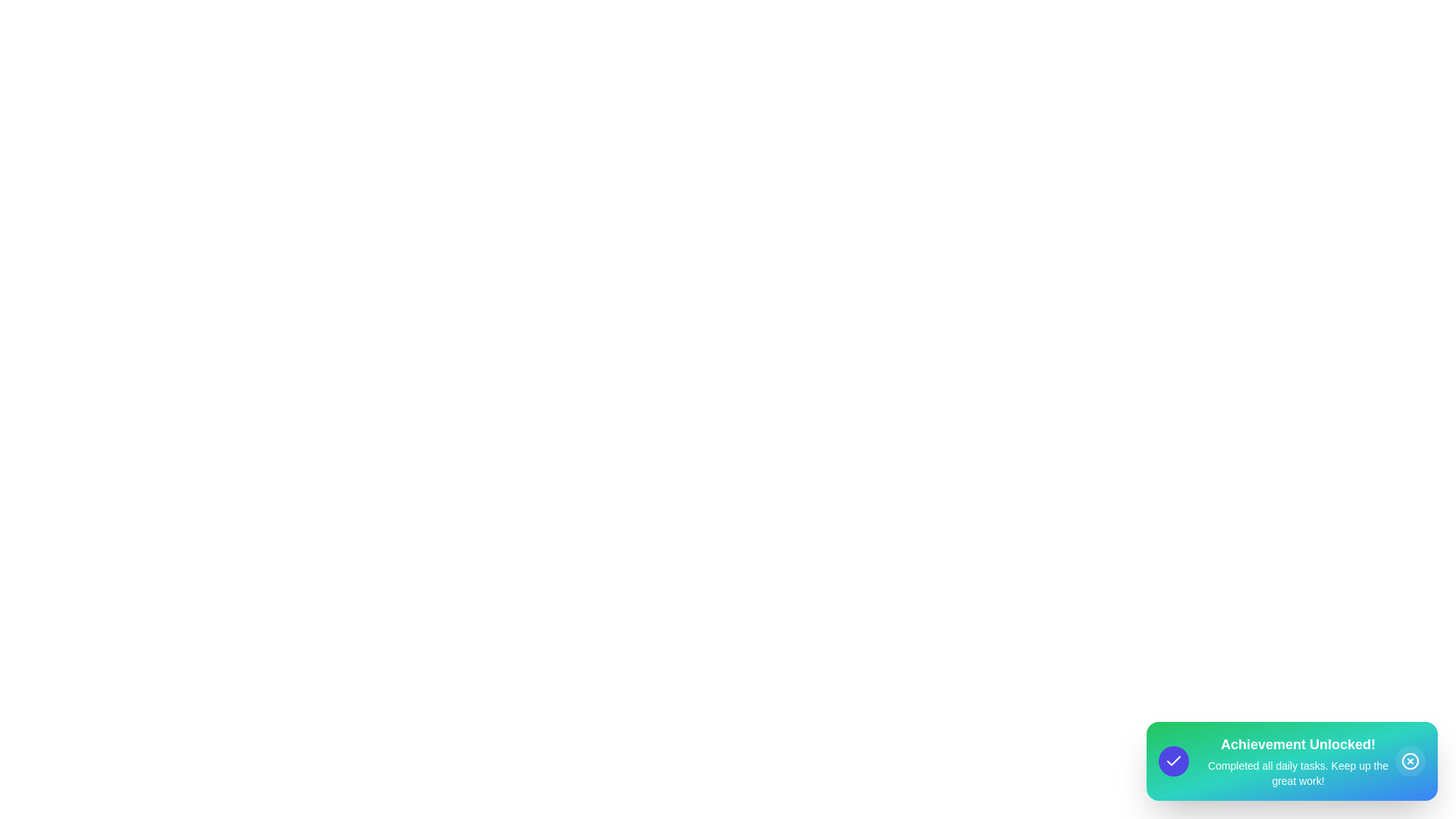  What do you see at coordinates (1410, 761) in the screenshot?
I see `the close button to dismiss the snackbar` at bounding box center [1410, 761].